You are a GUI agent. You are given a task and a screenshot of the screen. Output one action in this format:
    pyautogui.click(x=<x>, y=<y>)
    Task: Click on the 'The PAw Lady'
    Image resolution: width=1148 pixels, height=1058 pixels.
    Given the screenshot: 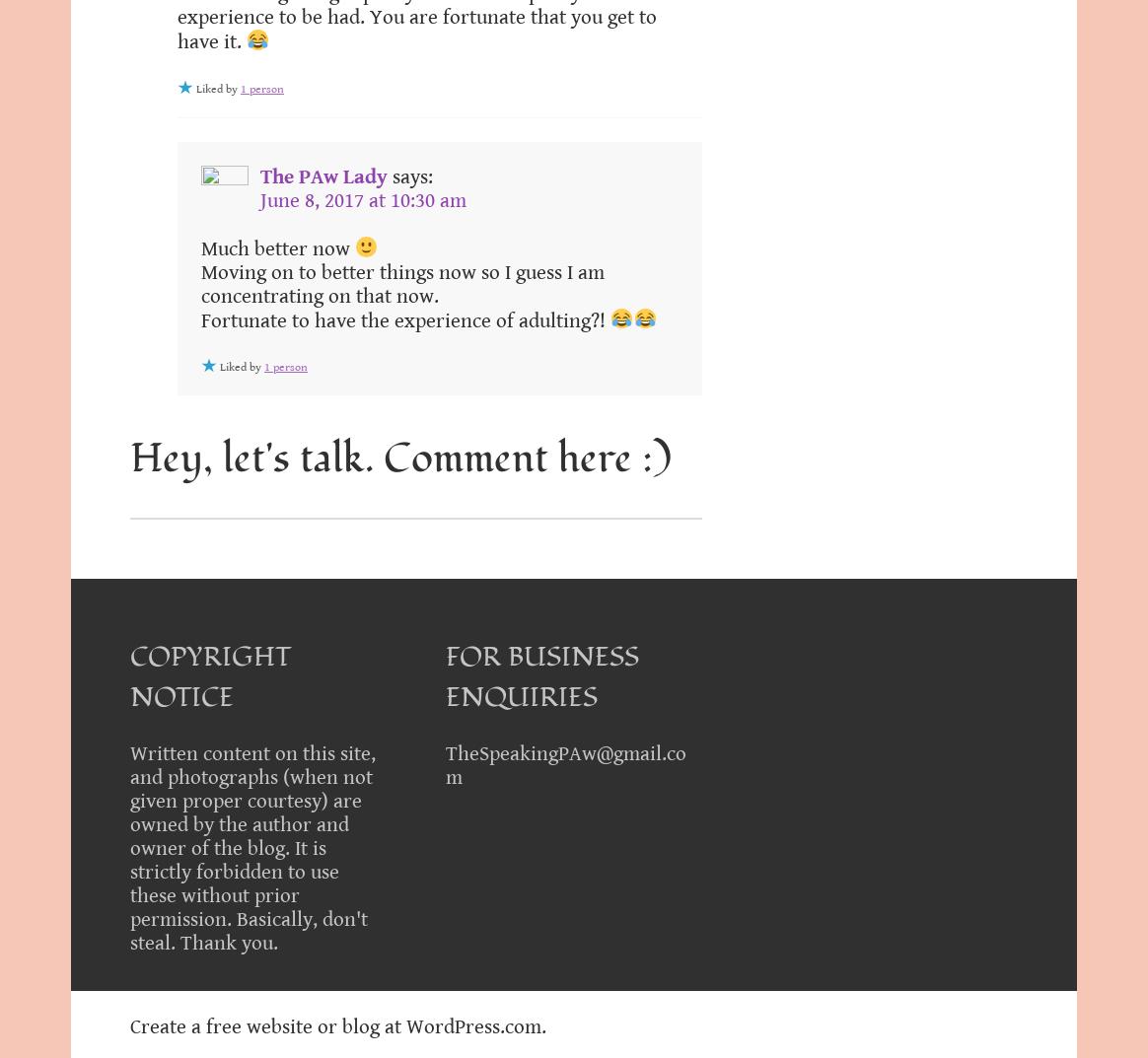 What is the action you would take?
    pyautogui.click(x=323, y=175)
    